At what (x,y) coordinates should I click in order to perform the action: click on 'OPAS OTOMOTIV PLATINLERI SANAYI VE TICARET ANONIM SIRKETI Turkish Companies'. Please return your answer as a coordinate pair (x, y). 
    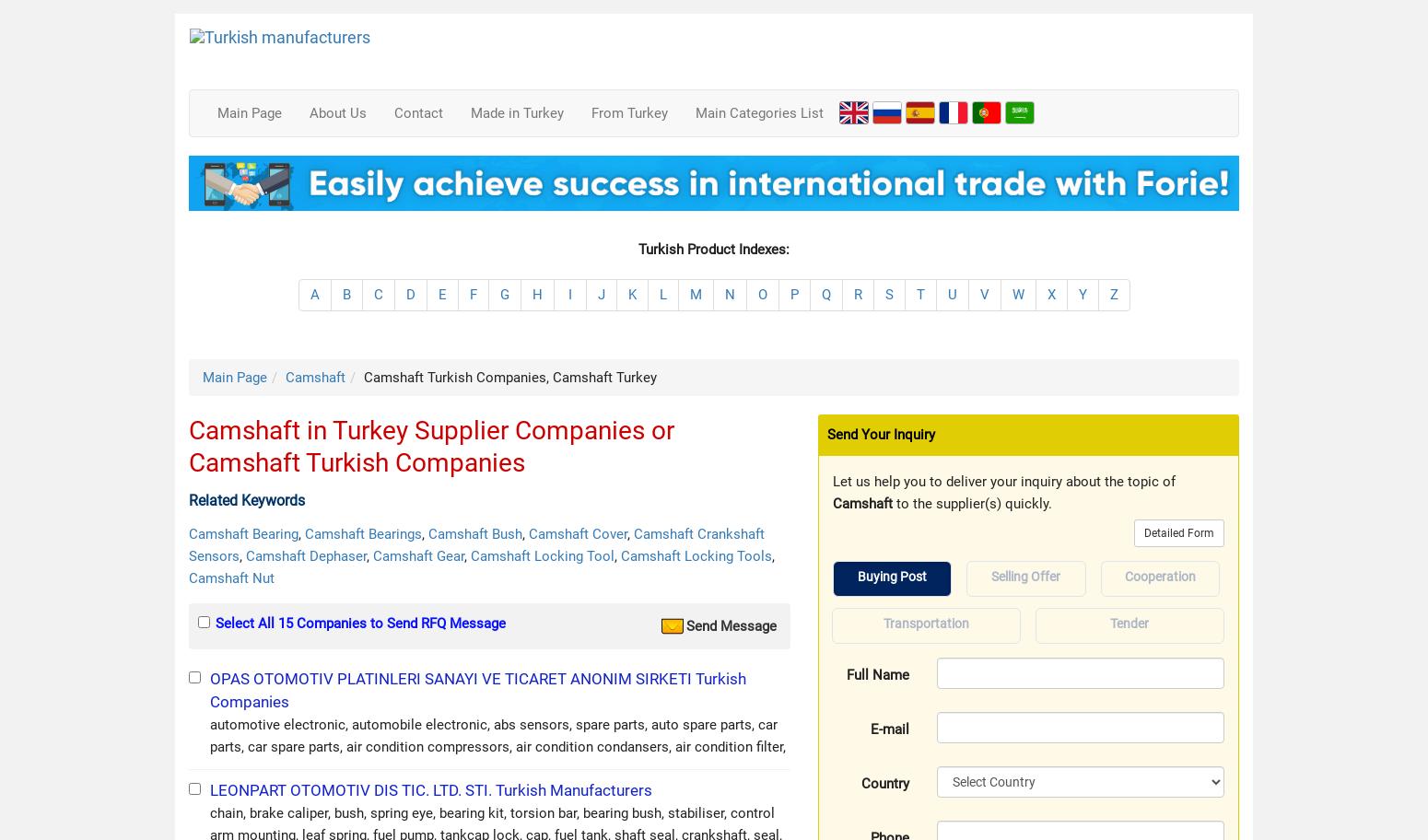
    Looking at the image, I should click on (209, 688).